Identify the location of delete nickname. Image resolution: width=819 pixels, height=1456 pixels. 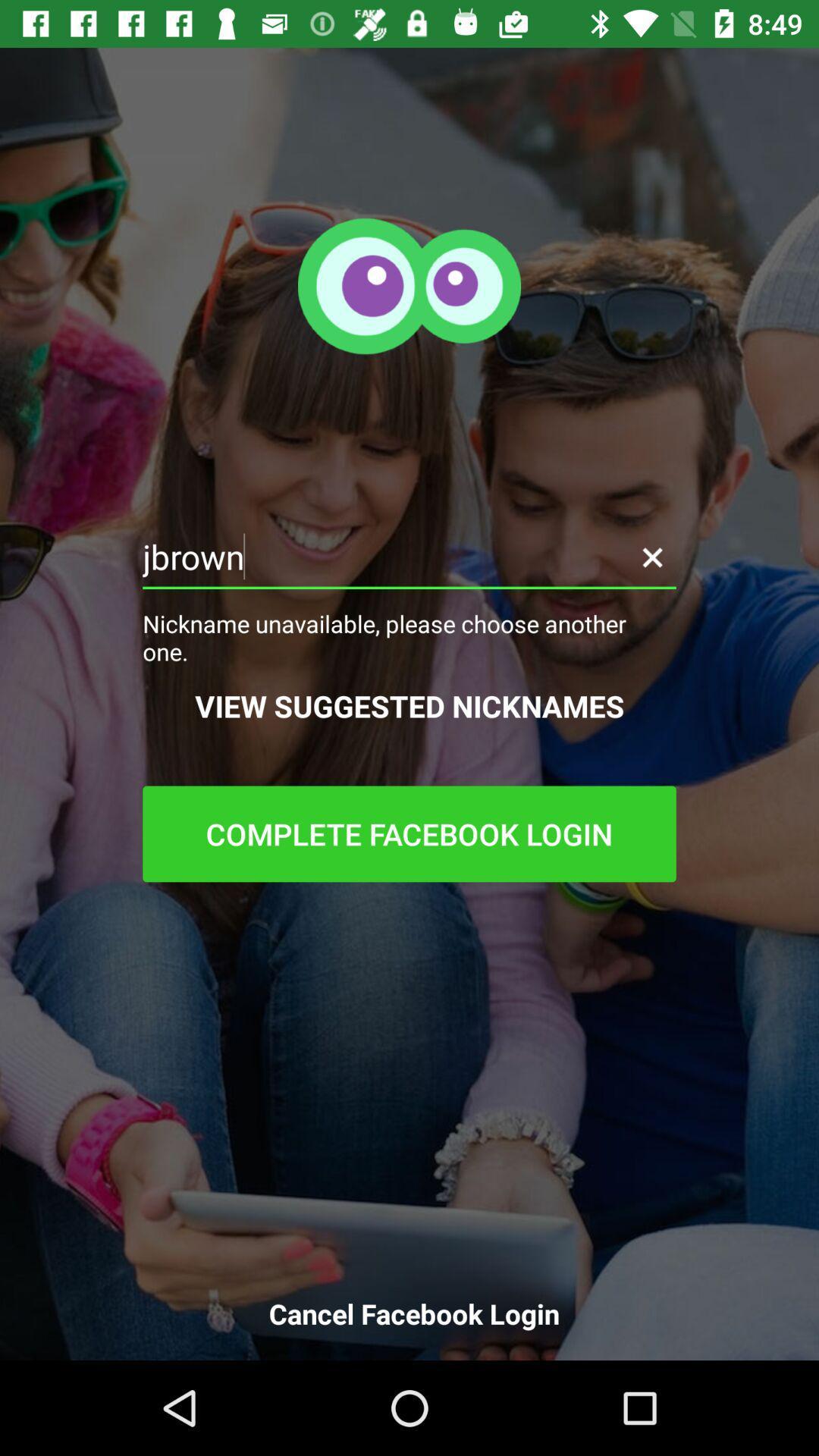
(651, 556).